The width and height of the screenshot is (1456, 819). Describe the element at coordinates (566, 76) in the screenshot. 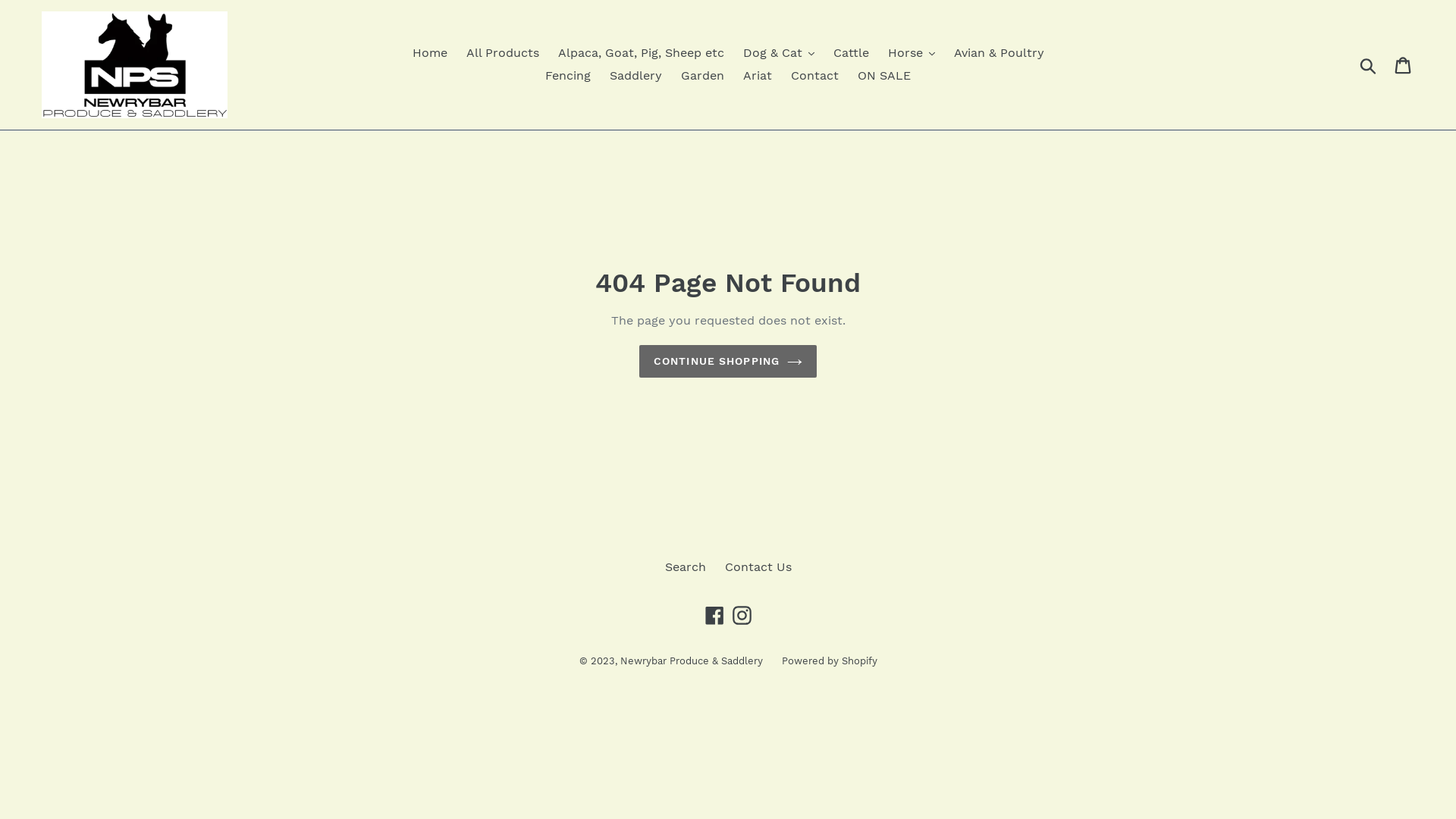

I see `'Fencing'` at that location.